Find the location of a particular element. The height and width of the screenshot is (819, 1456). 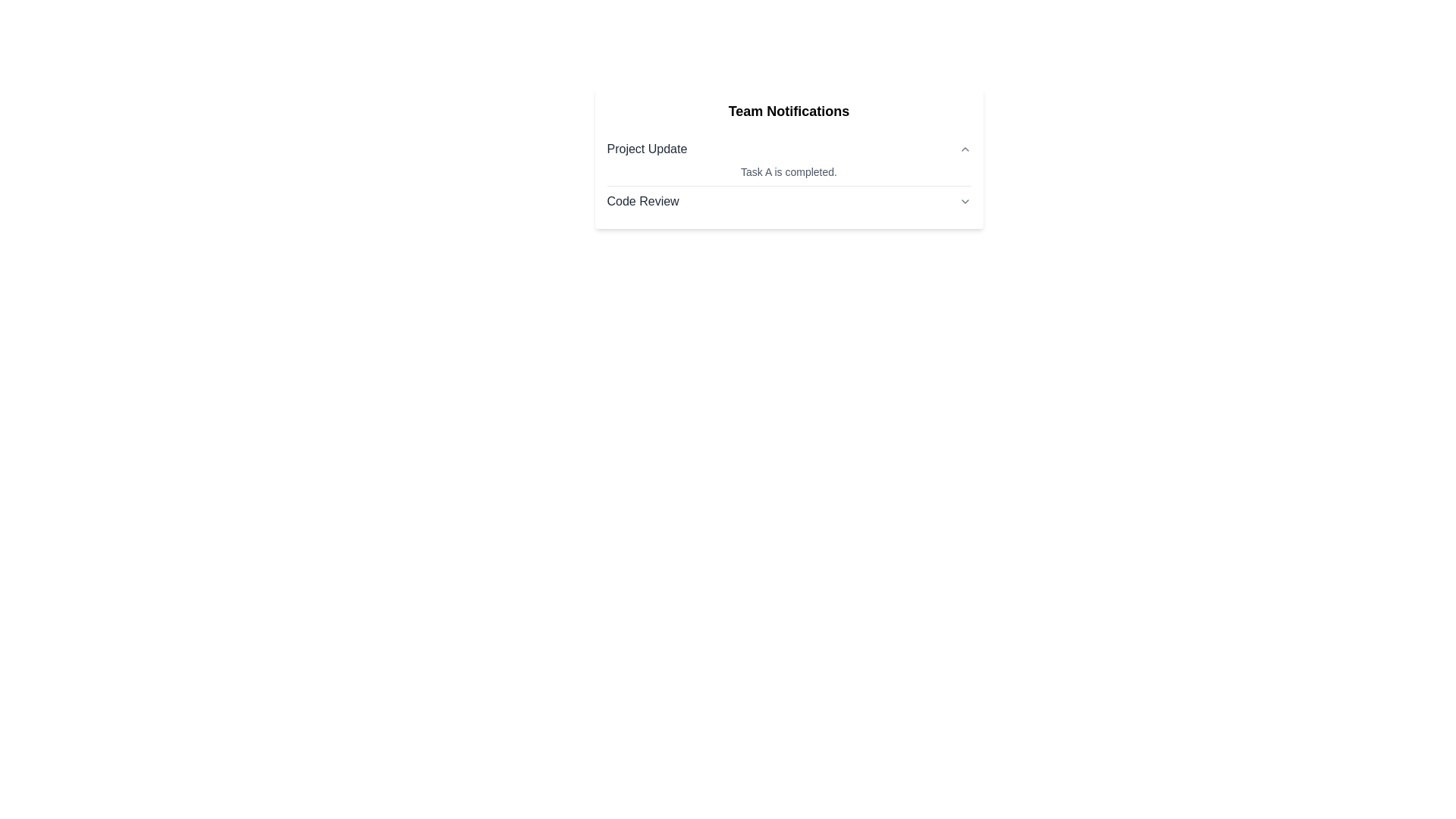

the downward-facing gray arrow icon is located at coordinates (964, 201).